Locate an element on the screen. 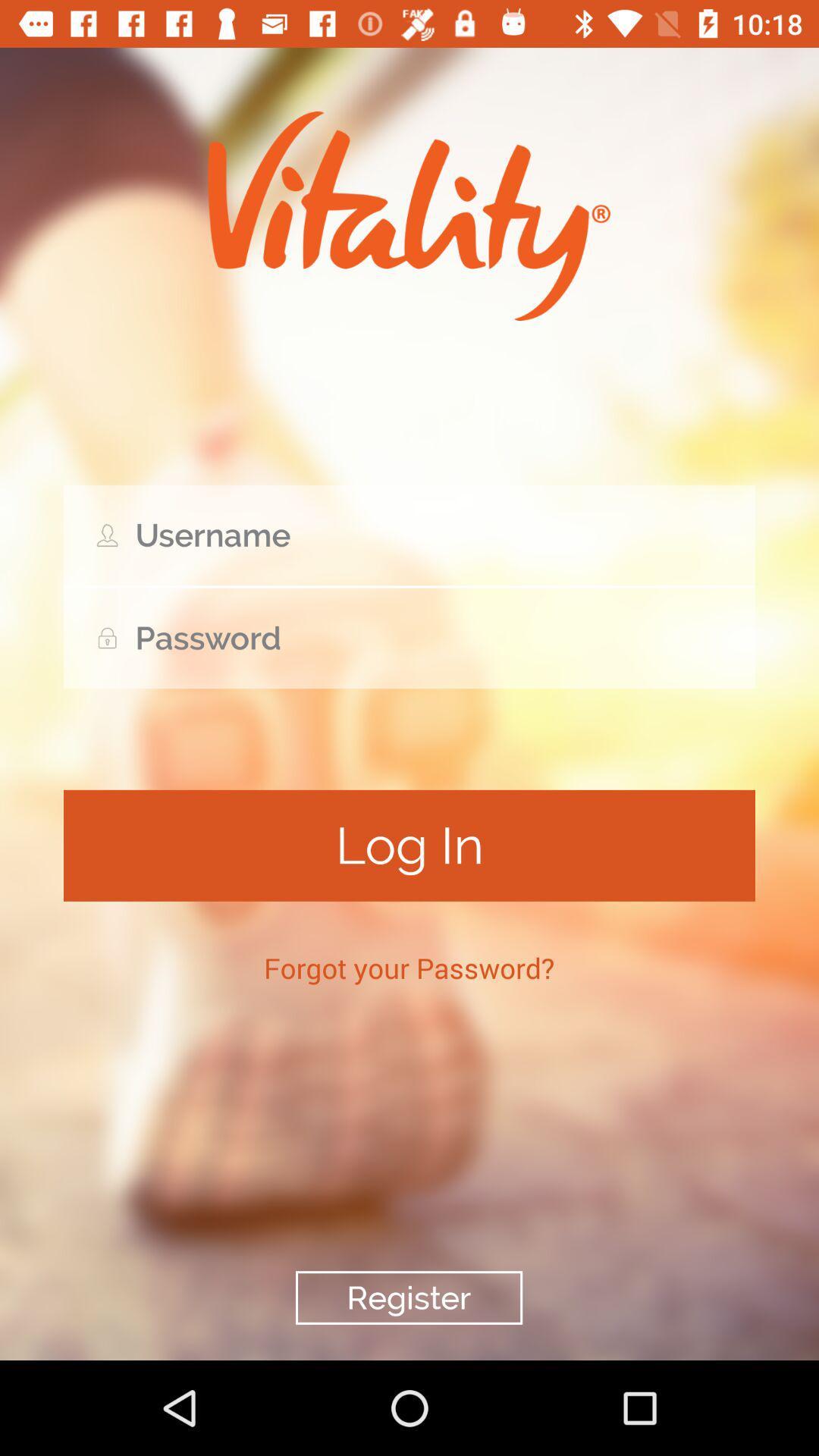 The image size is (819, 1456). item below the log in is located at coordinates (408, 967).